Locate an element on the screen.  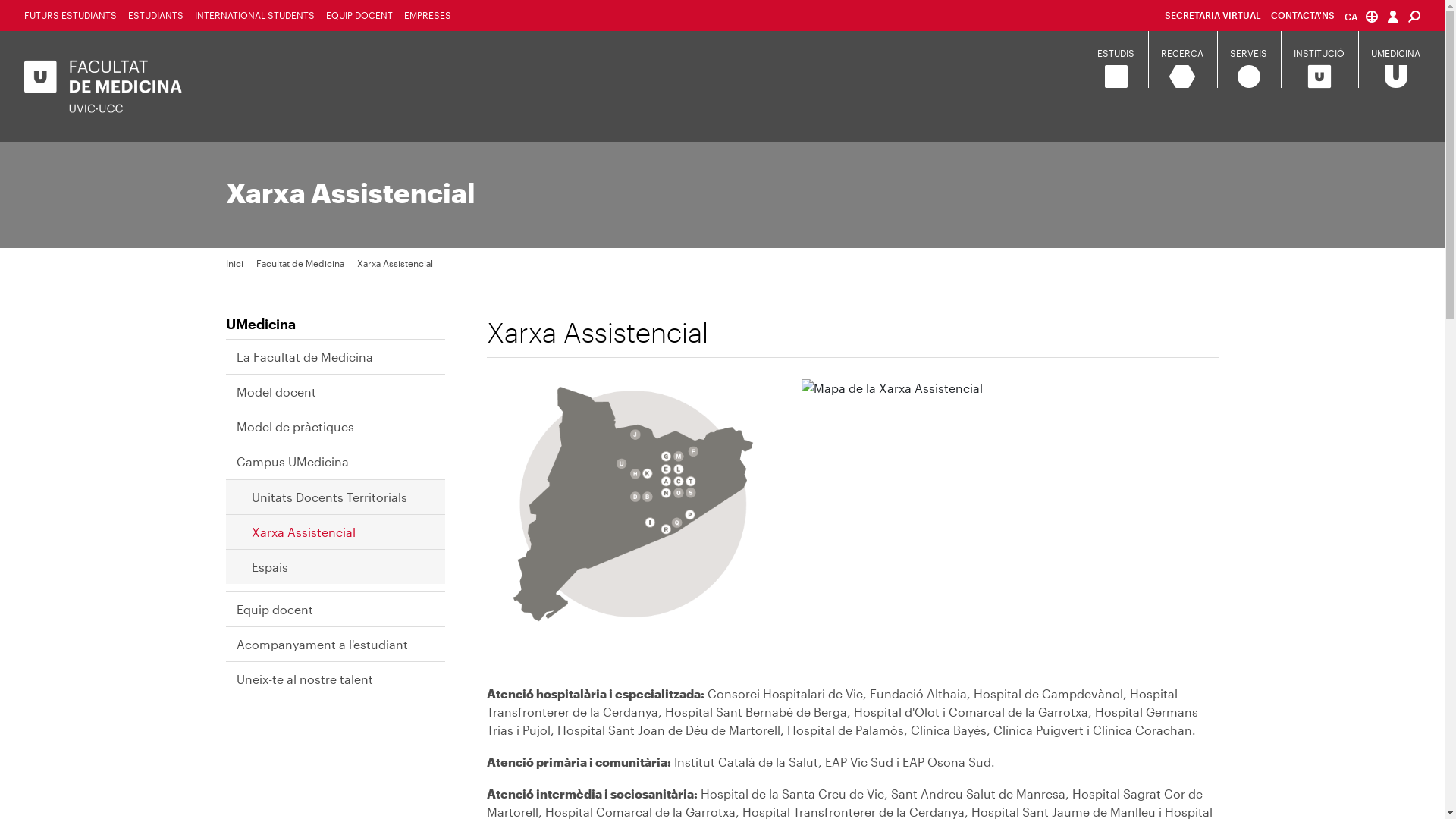
'Campus UMedicina' is located at coordinates (236, 461).